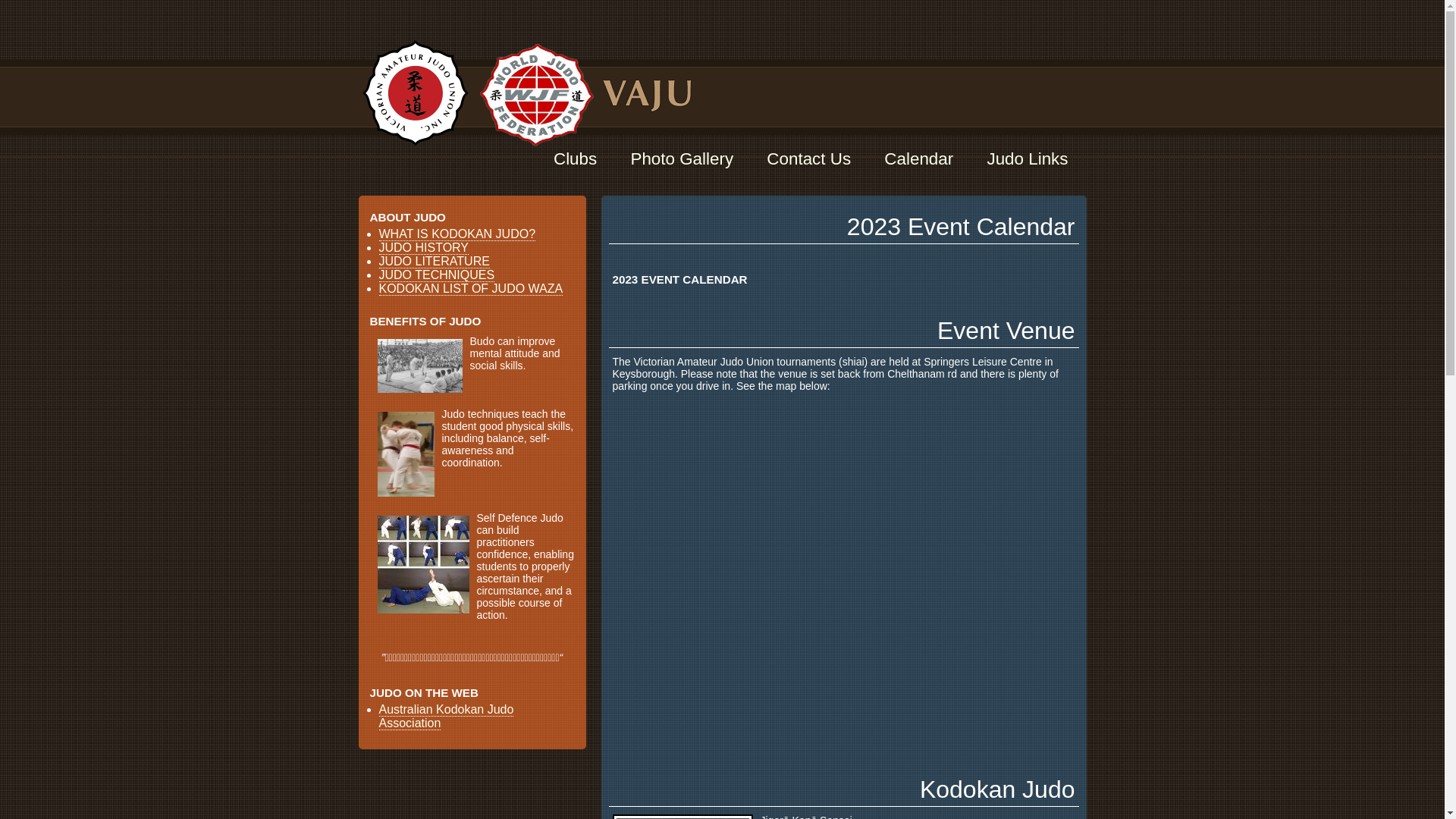 The image size is (1456, 819). Describe the element at coordinates (1027, 158) in the screenshot. I see `'Judo Links'` at that location.